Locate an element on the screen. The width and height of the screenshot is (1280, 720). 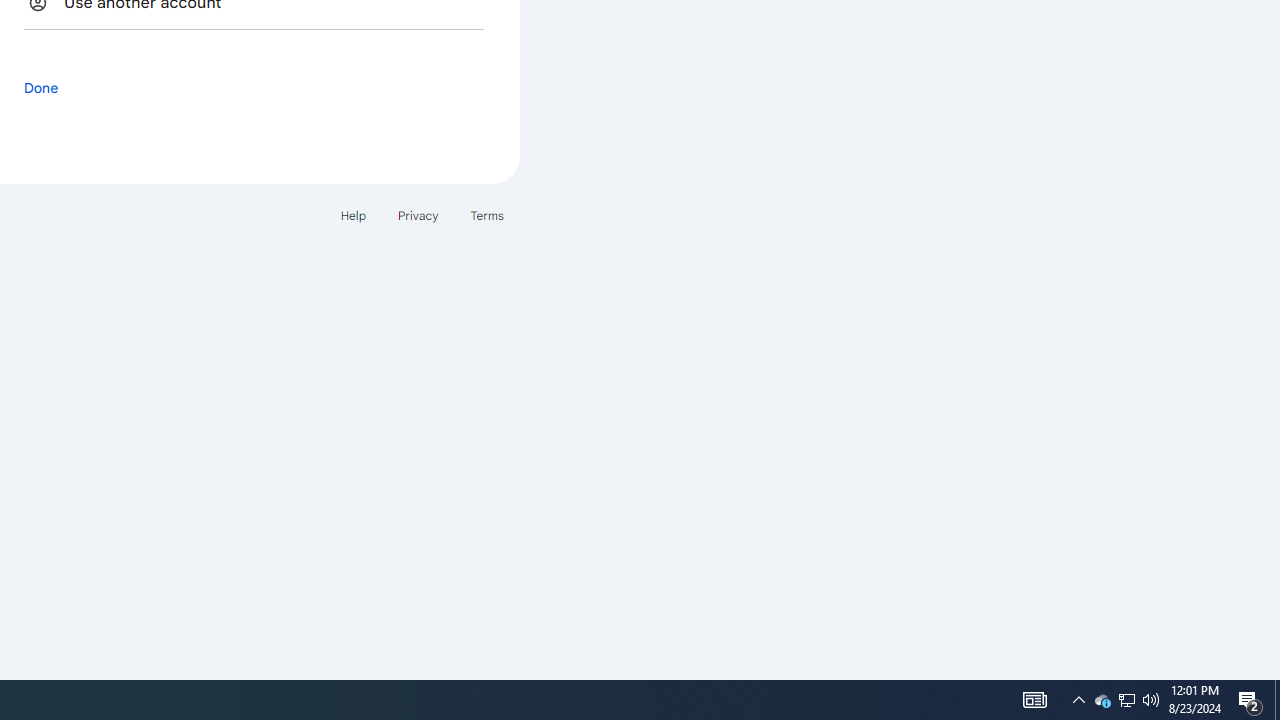
'Done' is located at coordinates (41, 86).